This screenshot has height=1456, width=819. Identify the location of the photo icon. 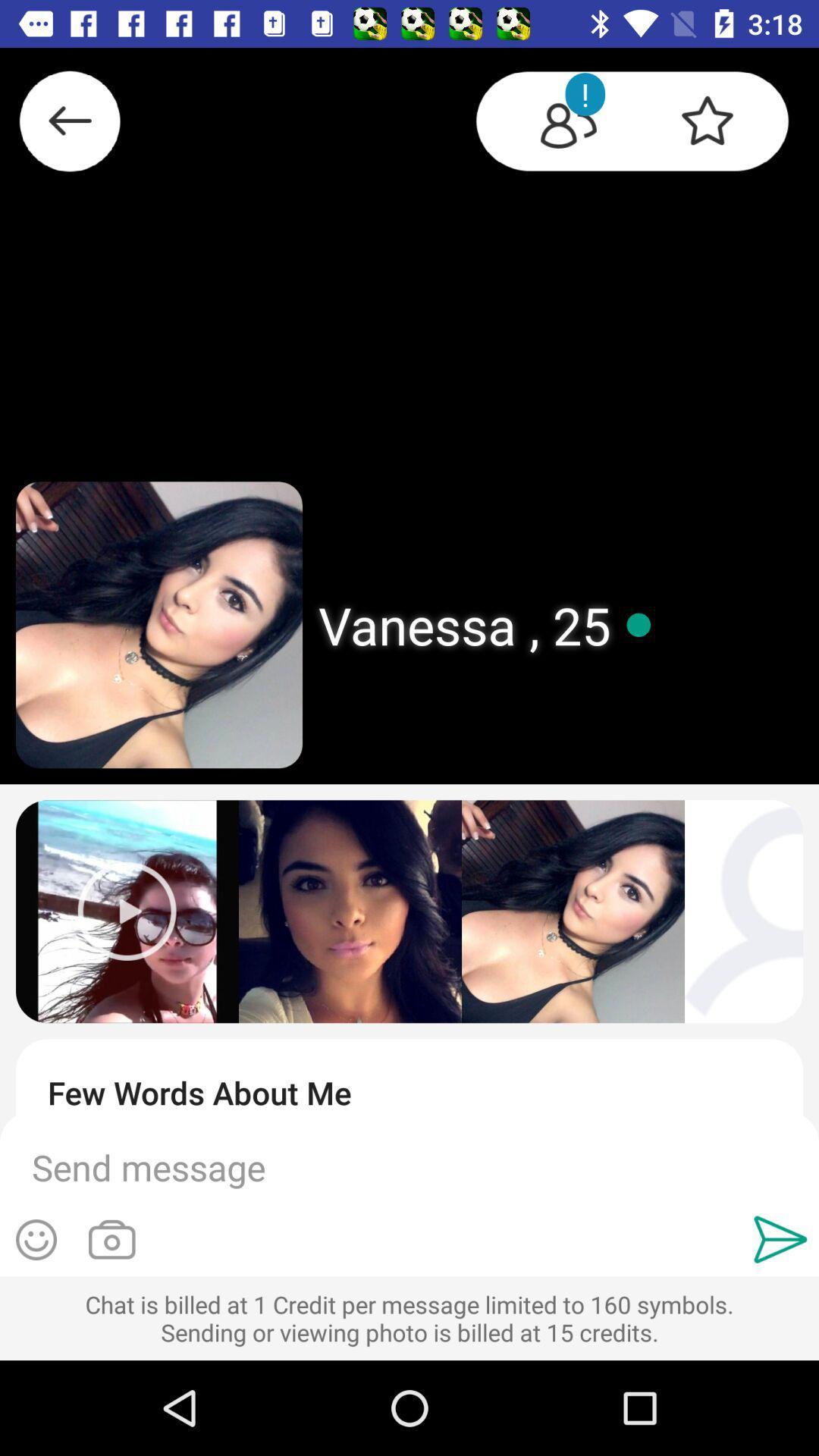
(111, 1239).